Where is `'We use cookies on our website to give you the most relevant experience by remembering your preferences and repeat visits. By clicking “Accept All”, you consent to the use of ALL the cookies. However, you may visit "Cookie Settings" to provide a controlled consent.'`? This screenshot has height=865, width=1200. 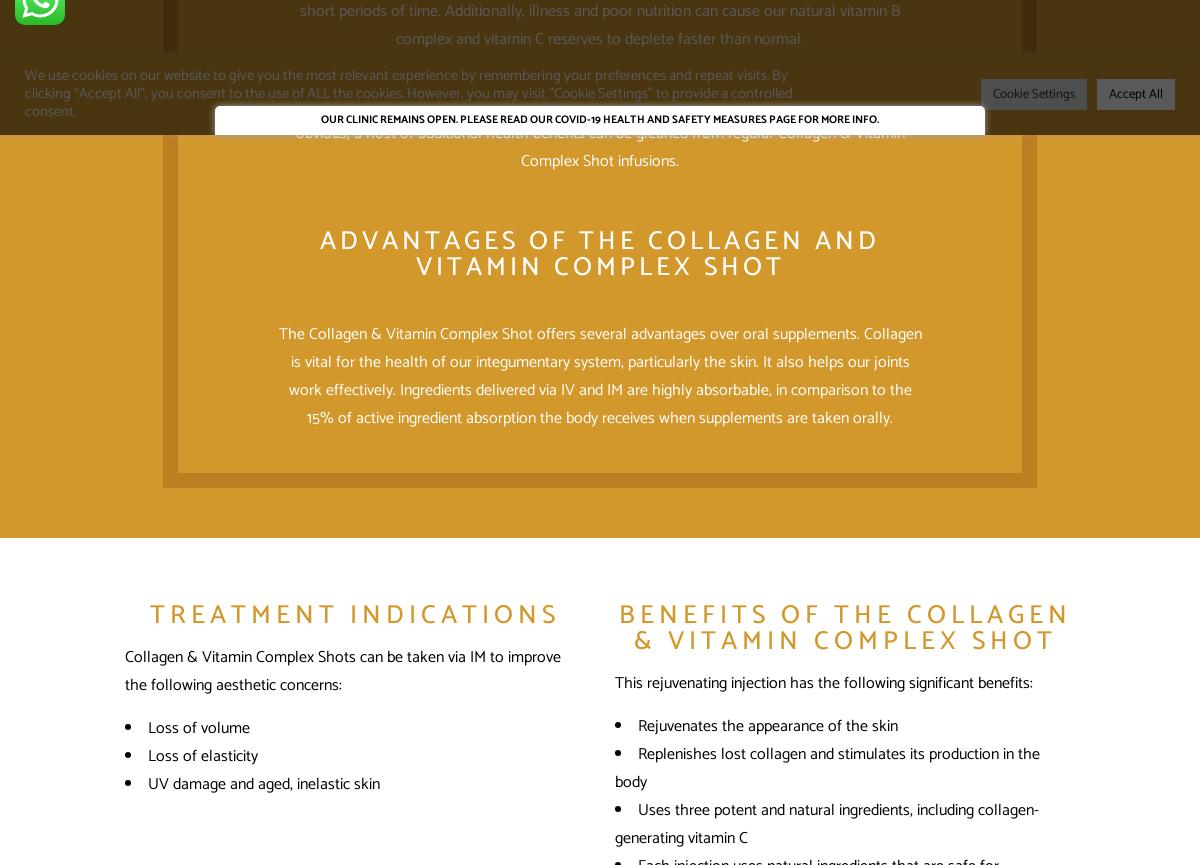 'We use cookies on our website to give you the most relevant experience by remembering your preferences and repeat visits. By clicking “Accept All”, you consent to the use of ALL the cookies. However, you may visit "Cookie Settings" to provide a controlled consent.' is located at coordinates (408, 94).